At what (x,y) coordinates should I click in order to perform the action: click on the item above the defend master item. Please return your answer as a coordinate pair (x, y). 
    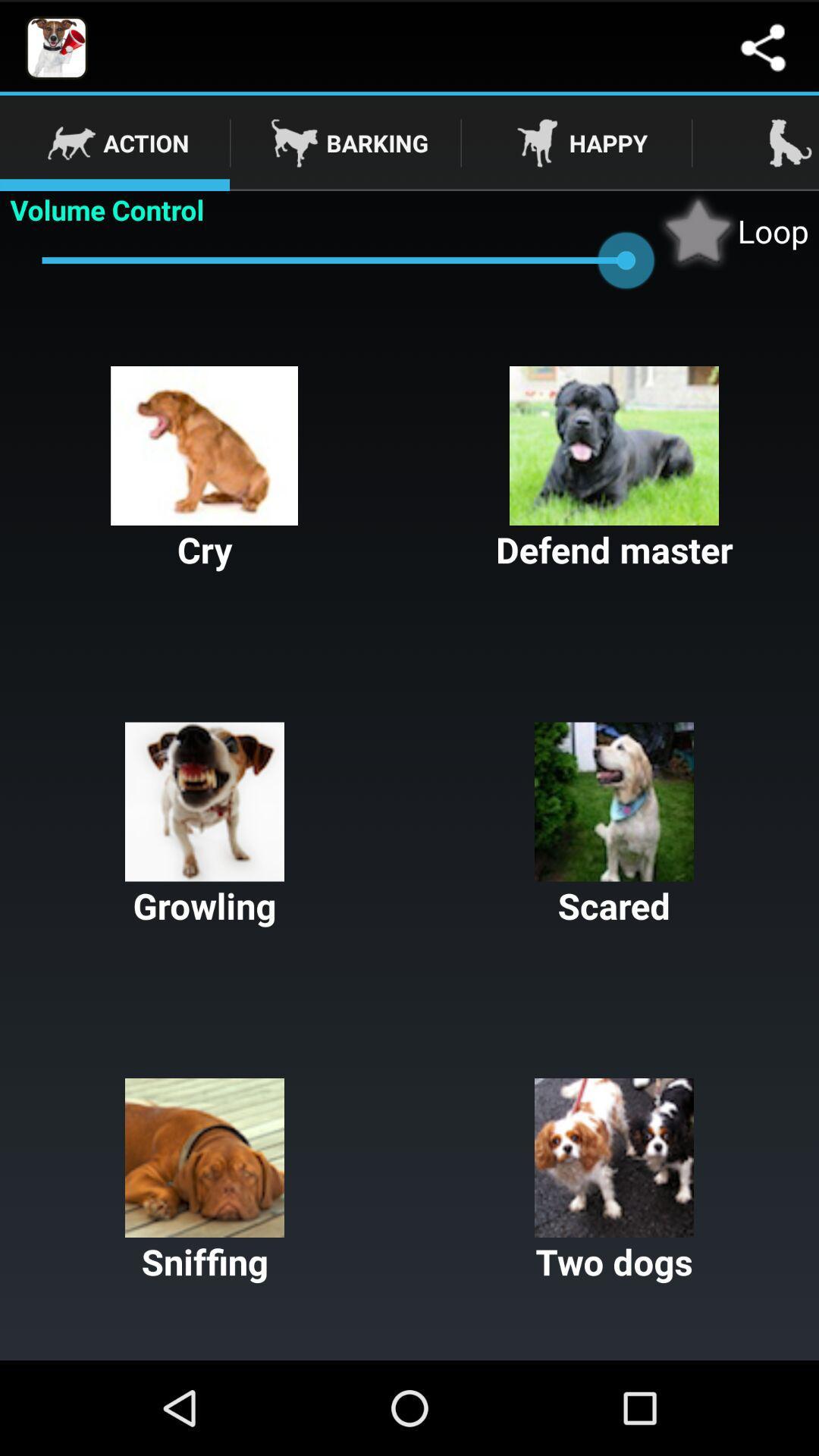
    Looking at the image, I should click on (733, 230).